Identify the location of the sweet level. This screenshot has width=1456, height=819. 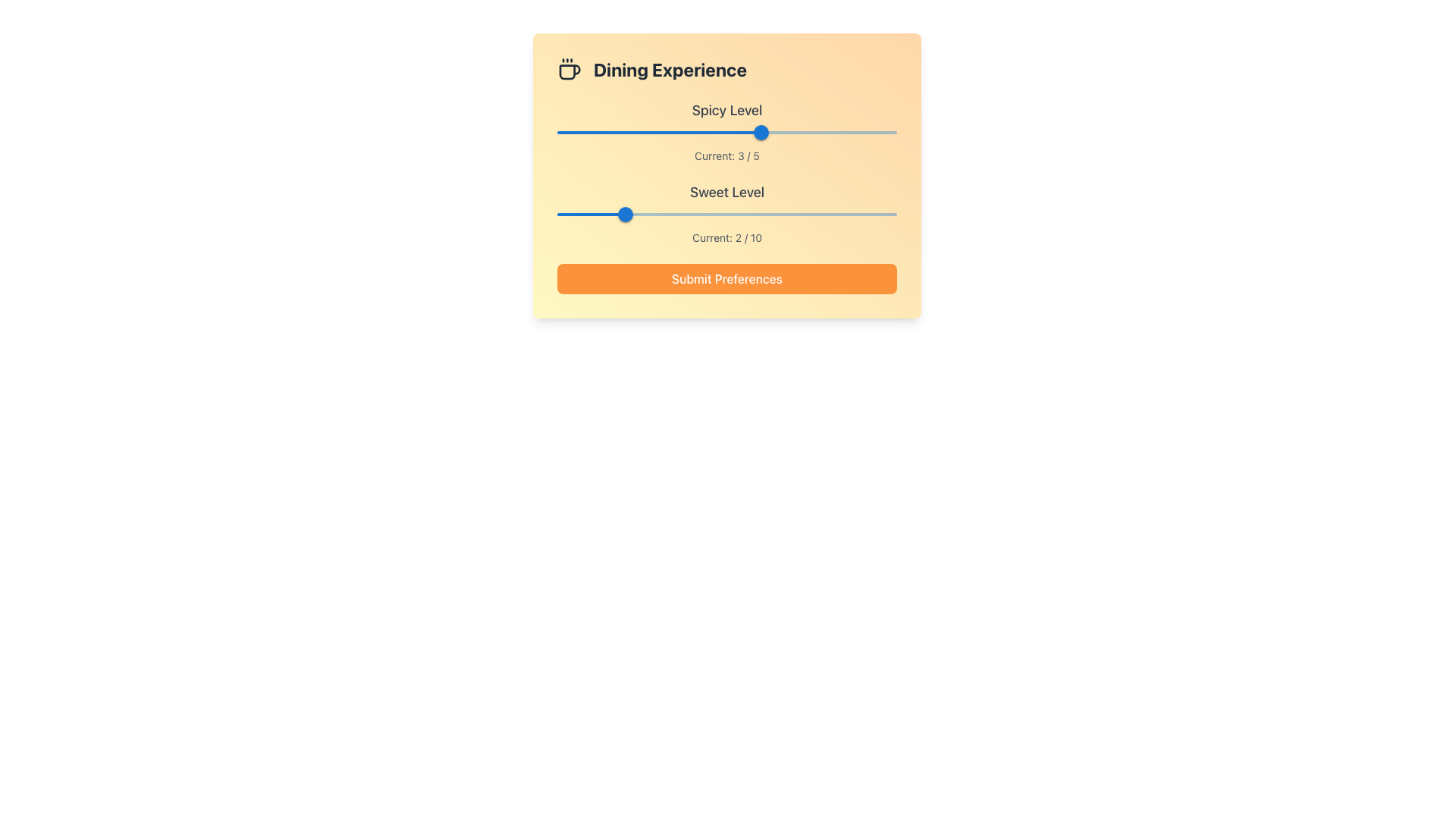
(726, 214).